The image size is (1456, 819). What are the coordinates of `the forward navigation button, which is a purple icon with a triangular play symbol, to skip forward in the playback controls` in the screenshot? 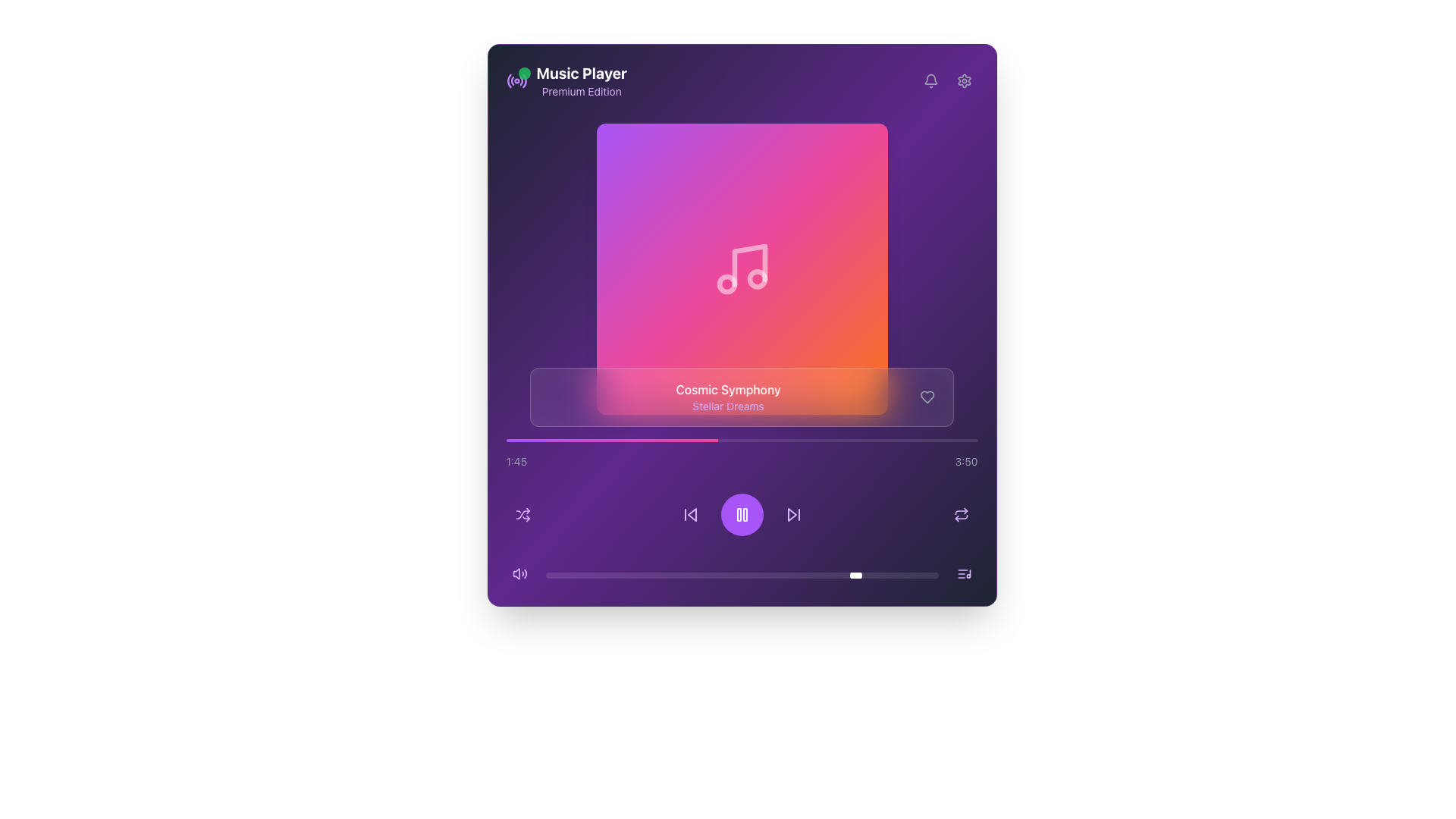 It's located at (792, 513).